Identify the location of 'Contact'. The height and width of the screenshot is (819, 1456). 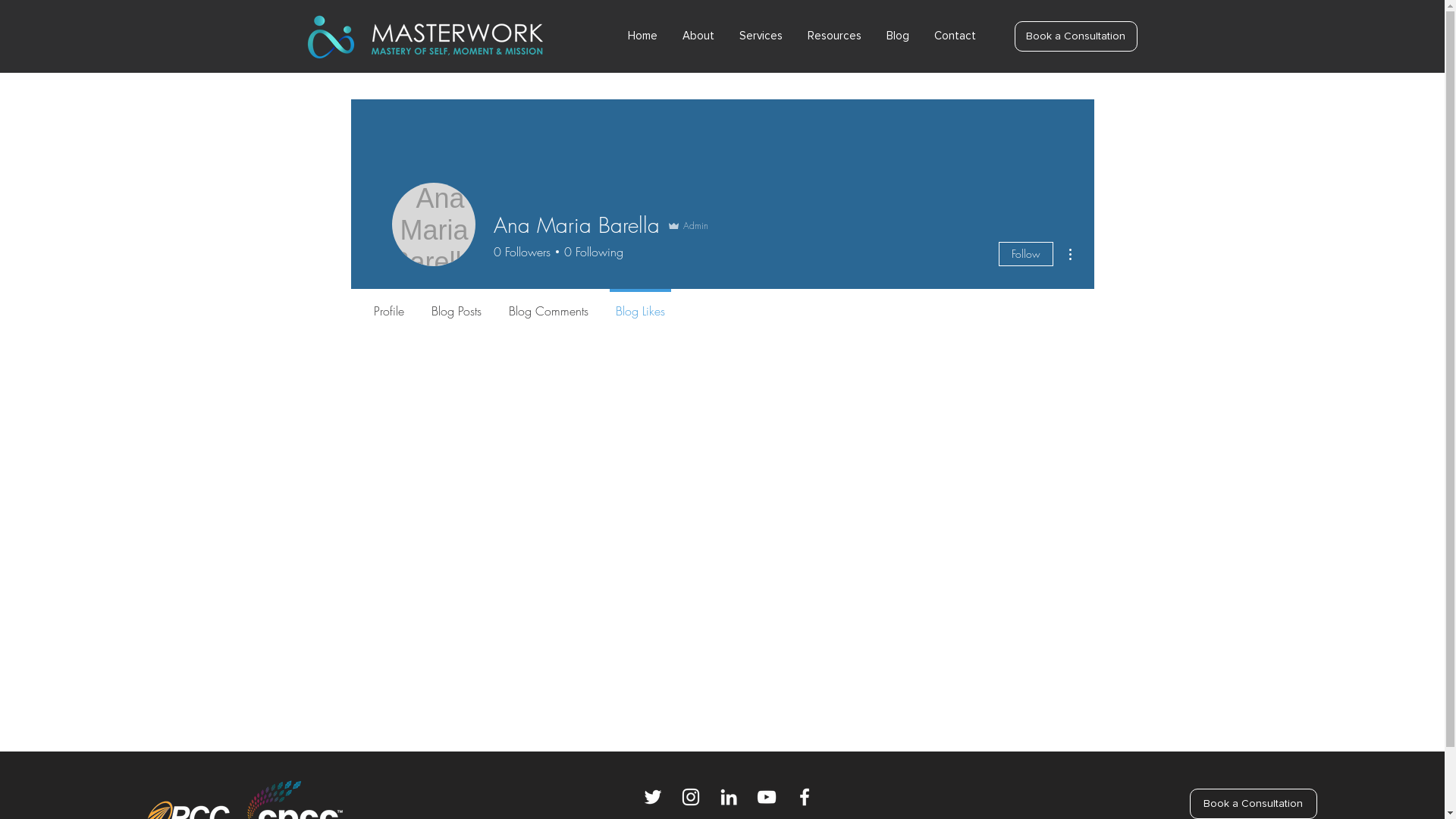
(959, 34).